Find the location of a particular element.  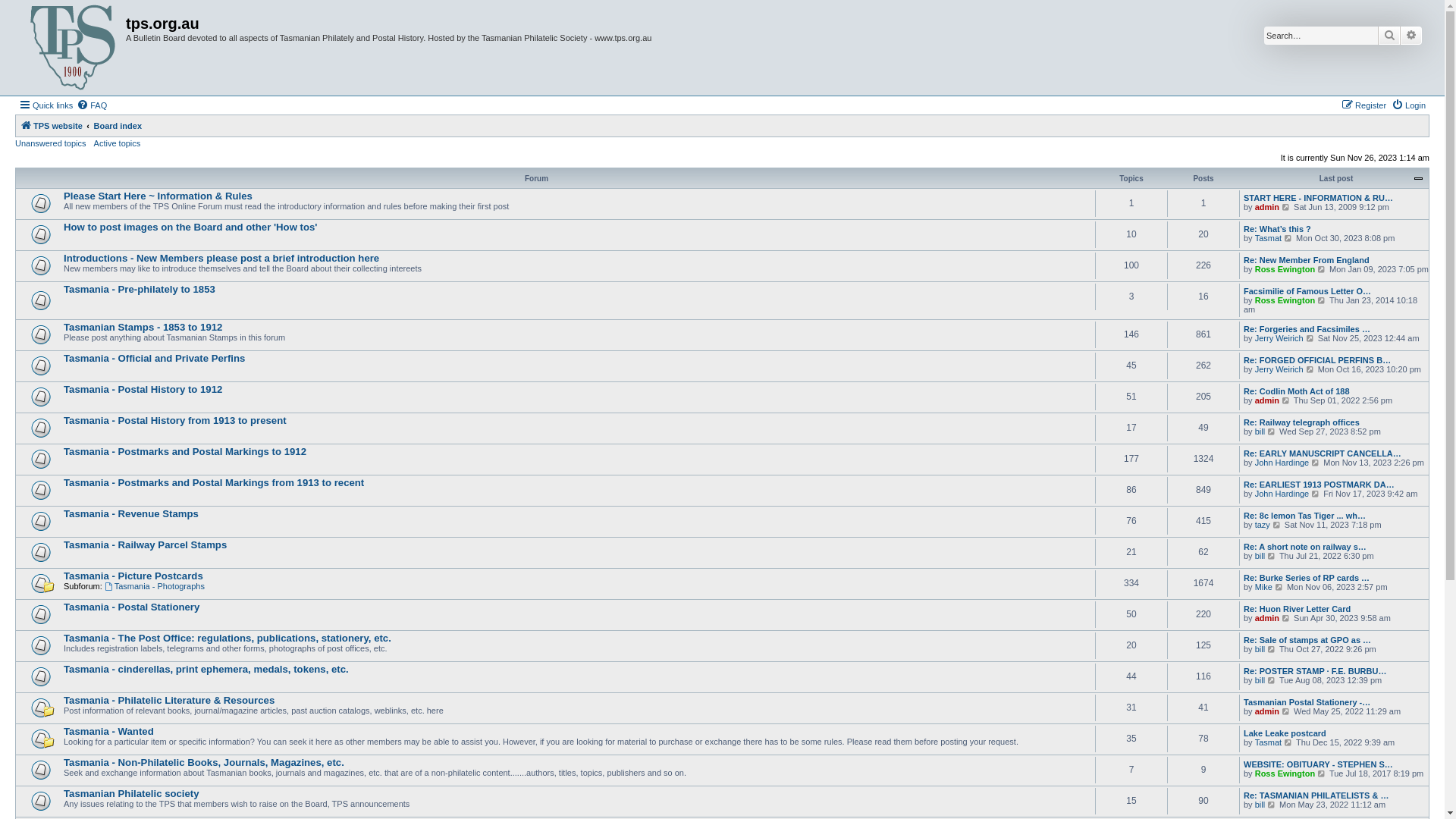

'Re: Huon River Letter Card' is located at coordinates (1296, 607).